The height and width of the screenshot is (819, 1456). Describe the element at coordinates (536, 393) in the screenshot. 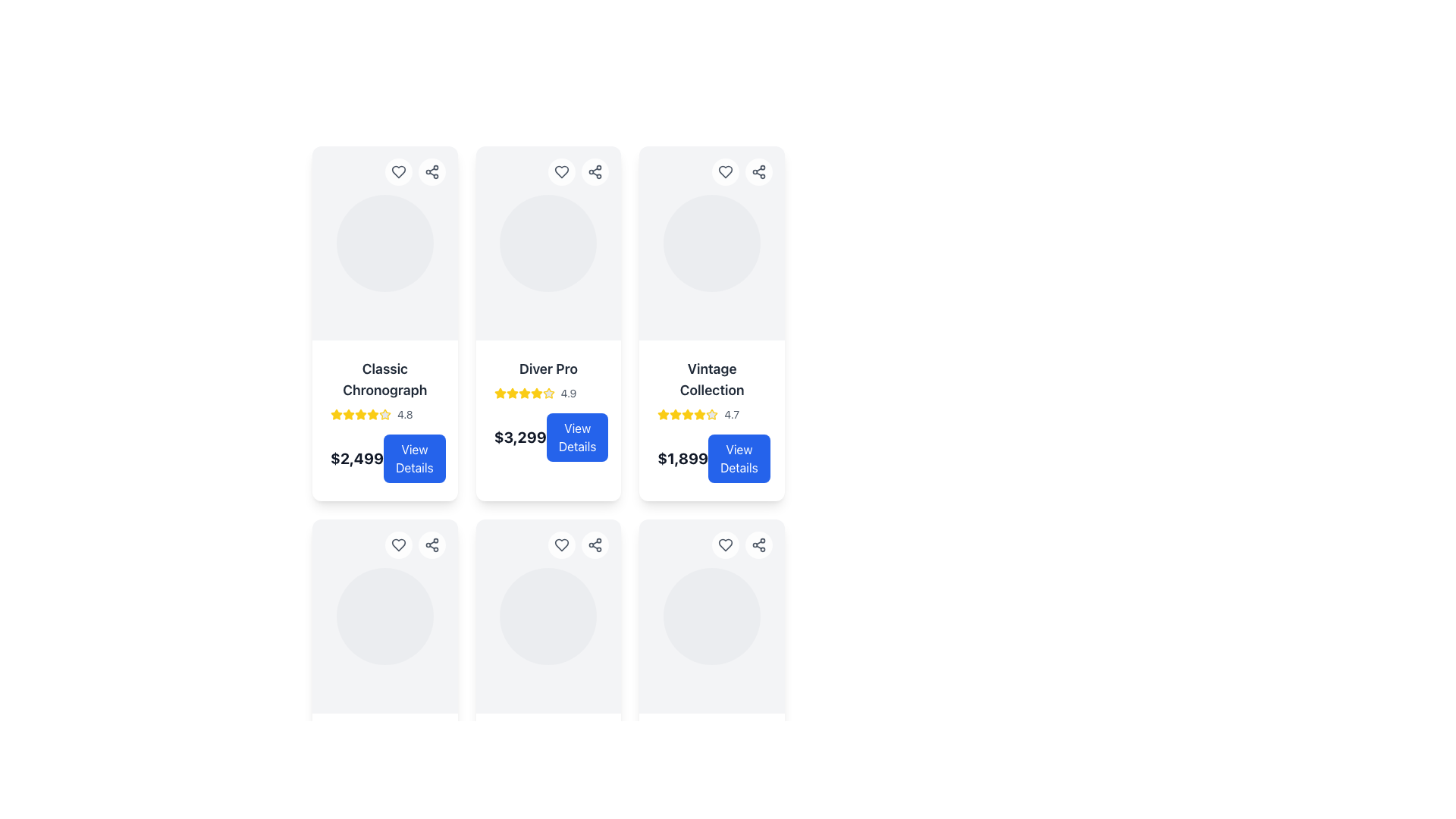

I see `the sixth star icon representing the rating score for the 'Diver Pro' product on the second card in the top row` at that location.